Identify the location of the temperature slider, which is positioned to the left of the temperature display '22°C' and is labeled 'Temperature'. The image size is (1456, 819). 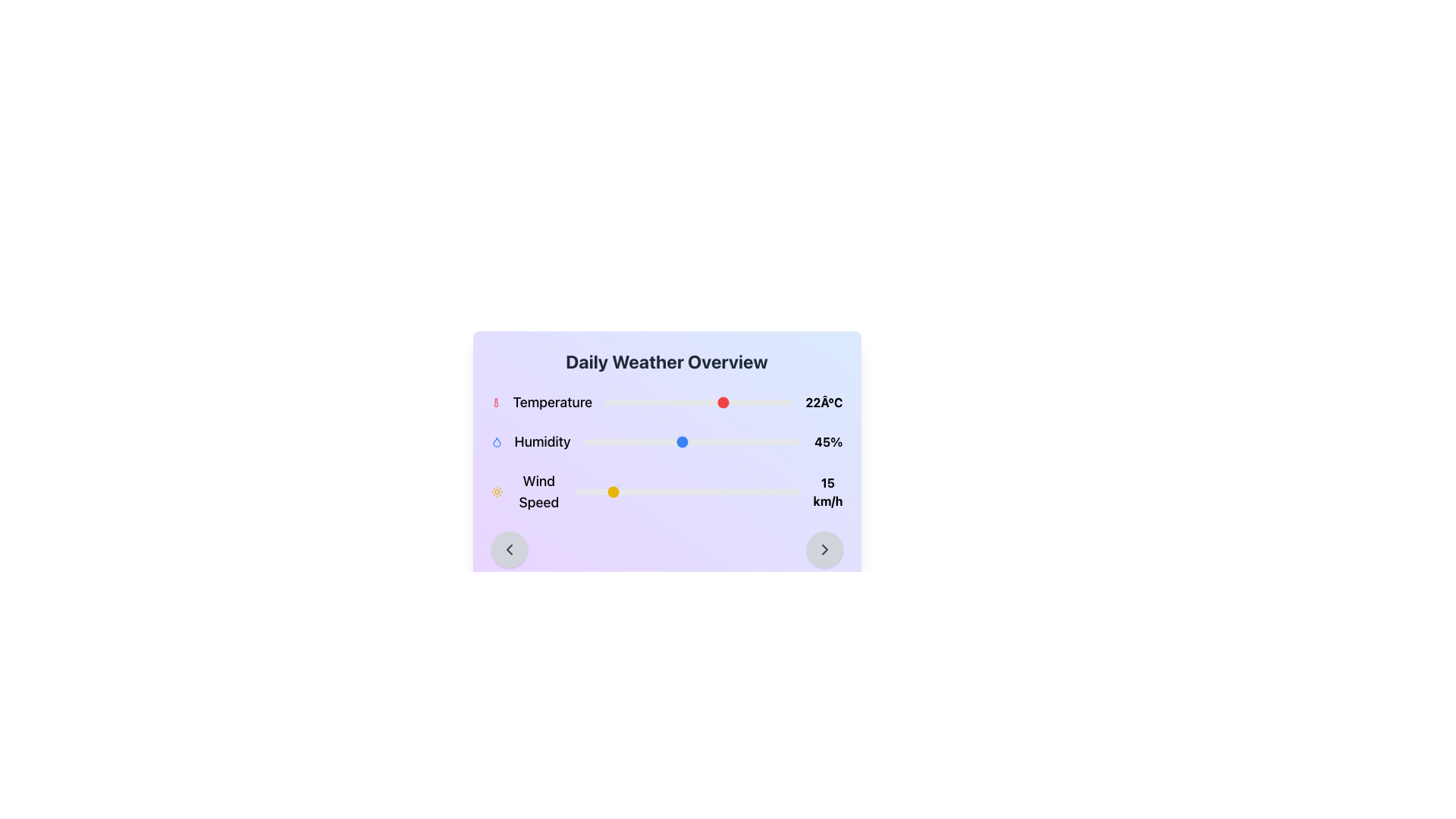
(698, 402).